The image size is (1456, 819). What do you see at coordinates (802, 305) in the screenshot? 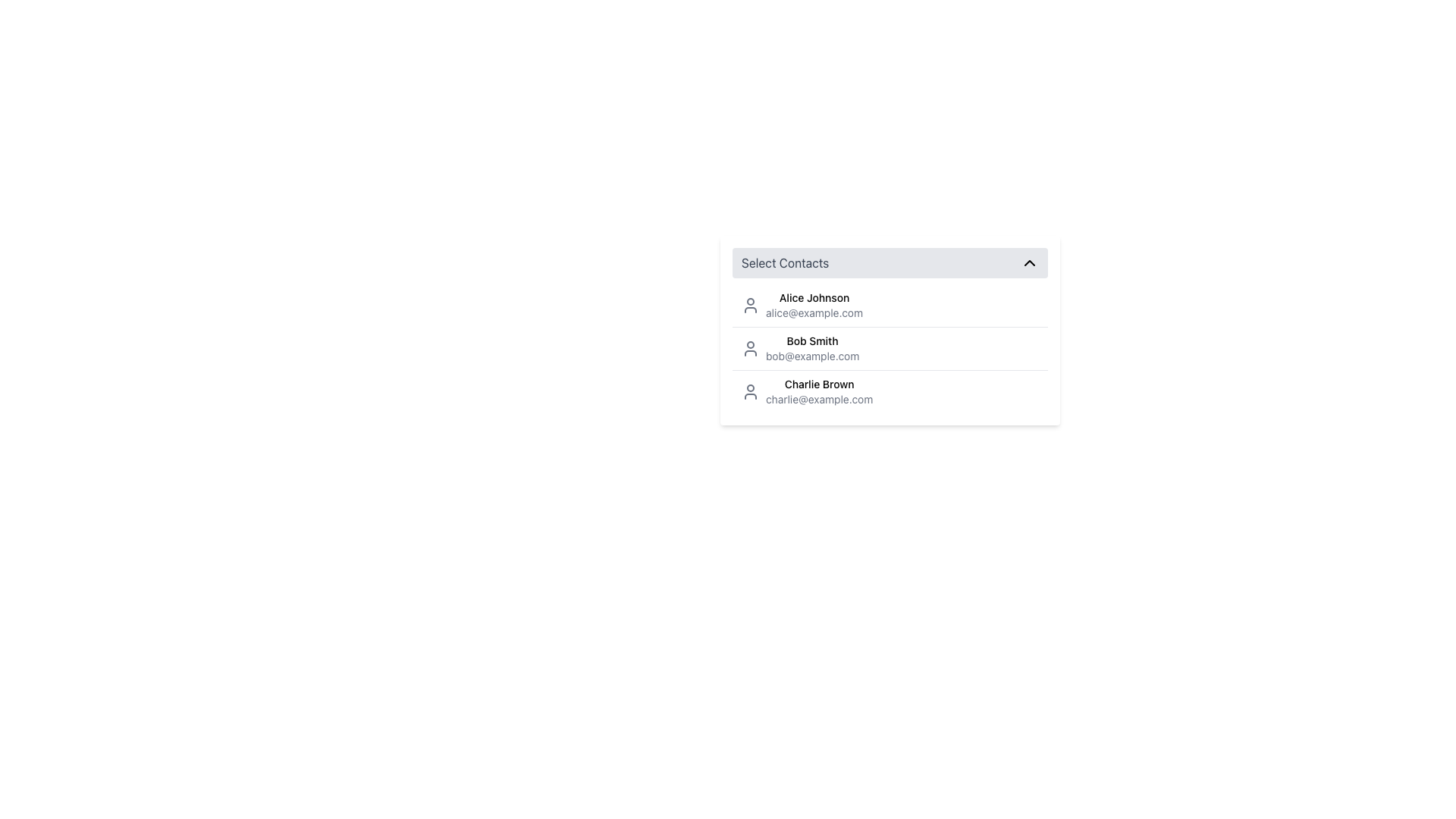
I see `the first contact entry in the 'Select Contacts' list, which displays the user's name and contact information` at bounding box center [802, 305].